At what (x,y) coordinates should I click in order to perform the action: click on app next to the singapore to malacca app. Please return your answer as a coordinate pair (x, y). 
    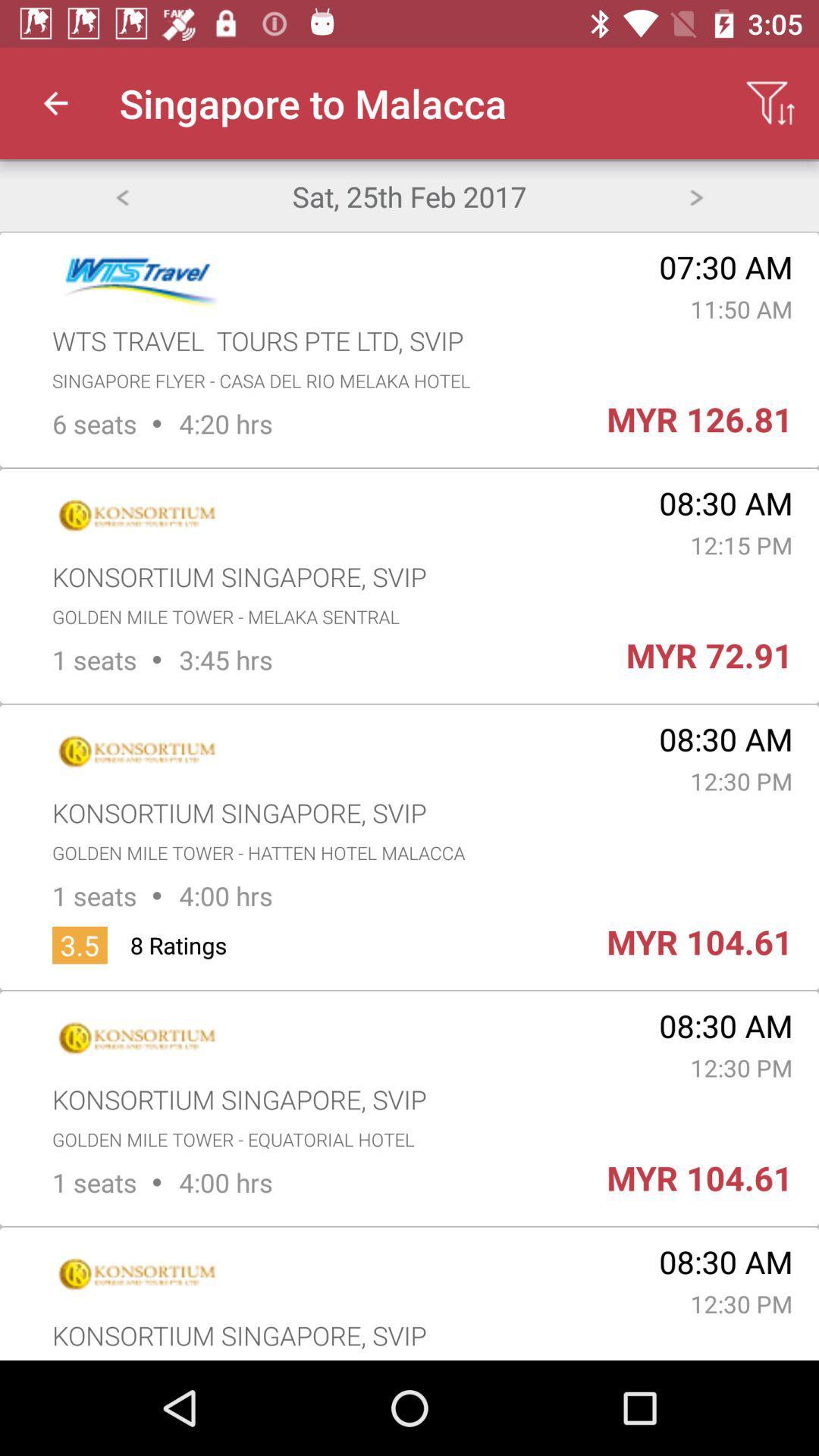
    Looking at the image, I should click on (55, 102).